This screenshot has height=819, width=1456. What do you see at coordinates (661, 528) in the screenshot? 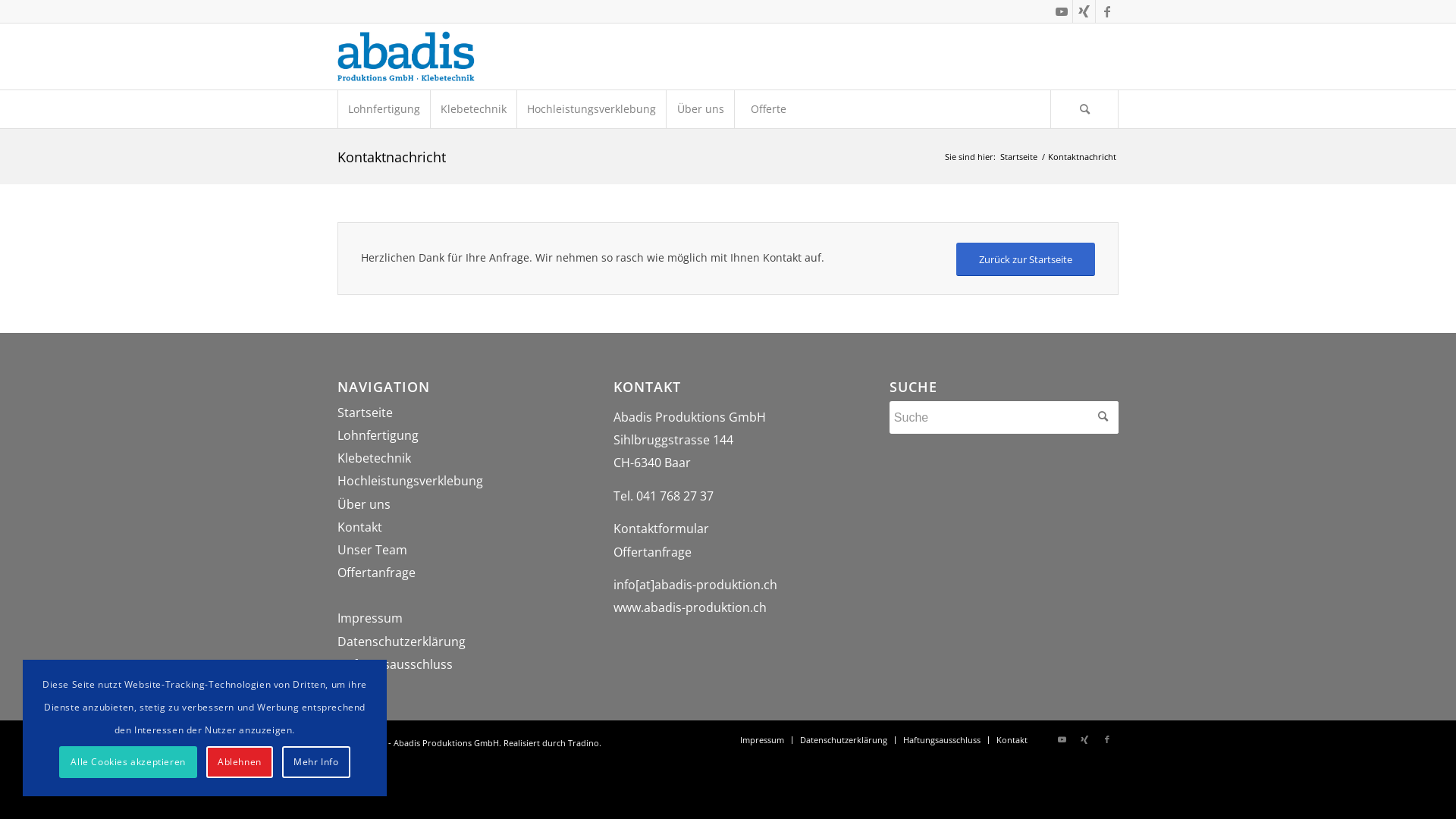
I see `'Kontaktformular'` at bounding box center [661, 528].